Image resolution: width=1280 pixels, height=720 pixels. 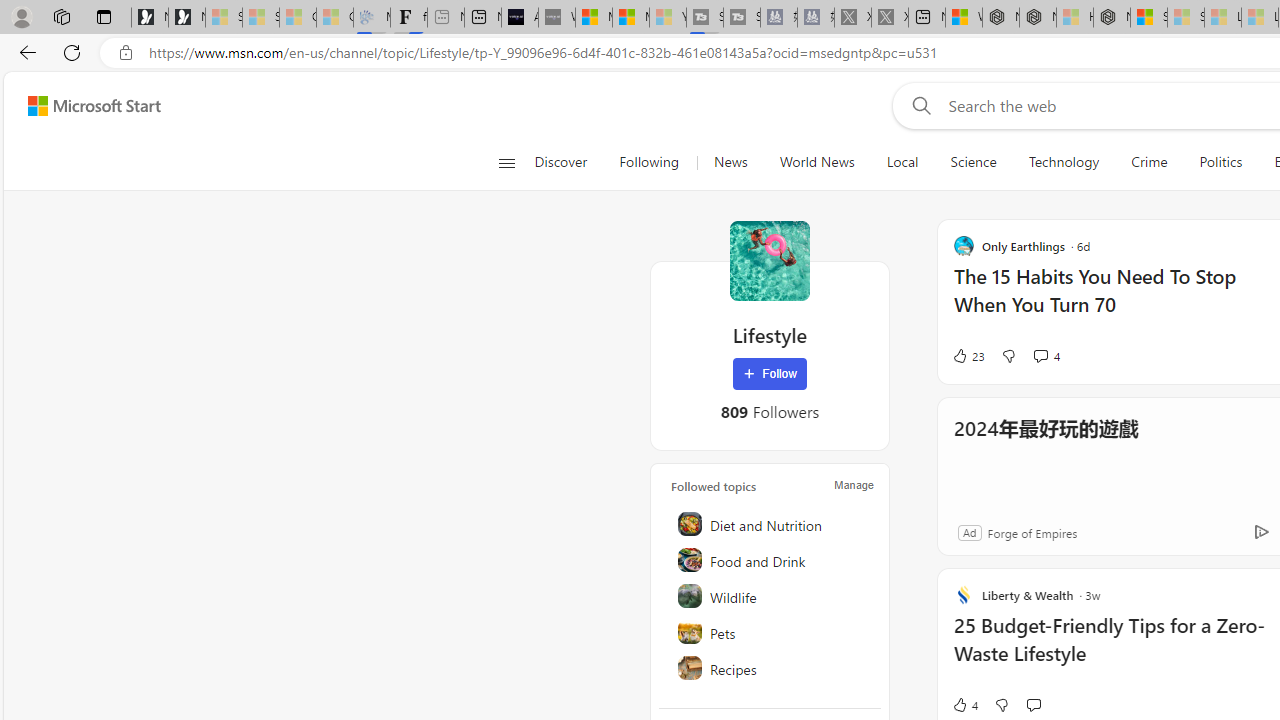 I want to click on 'X - Sleeping', so click(x=888, y=17).